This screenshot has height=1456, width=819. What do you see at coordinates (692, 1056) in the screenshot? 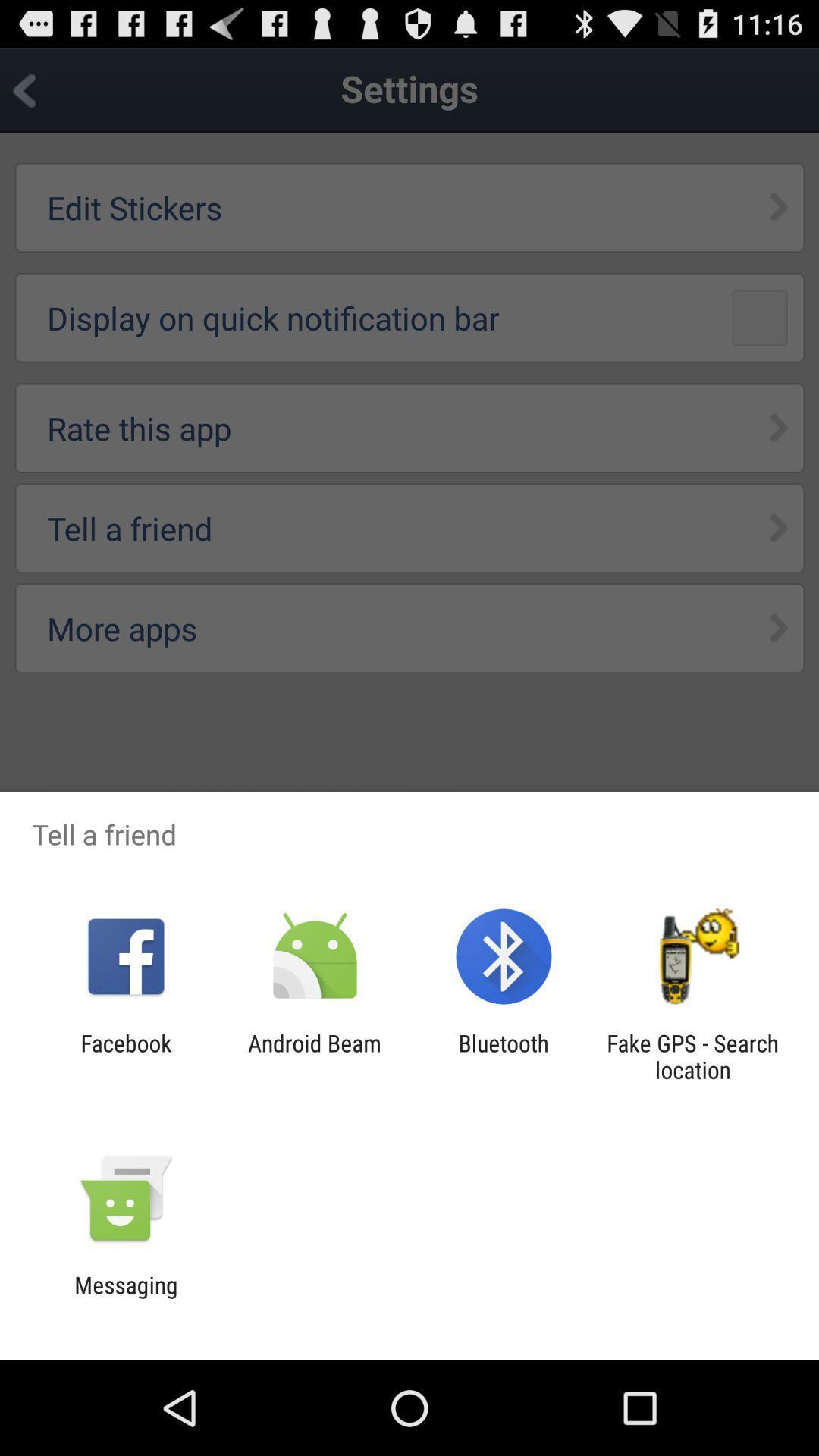
I see `the icon at the bottom right corner` at bounding box center [692, 1056].